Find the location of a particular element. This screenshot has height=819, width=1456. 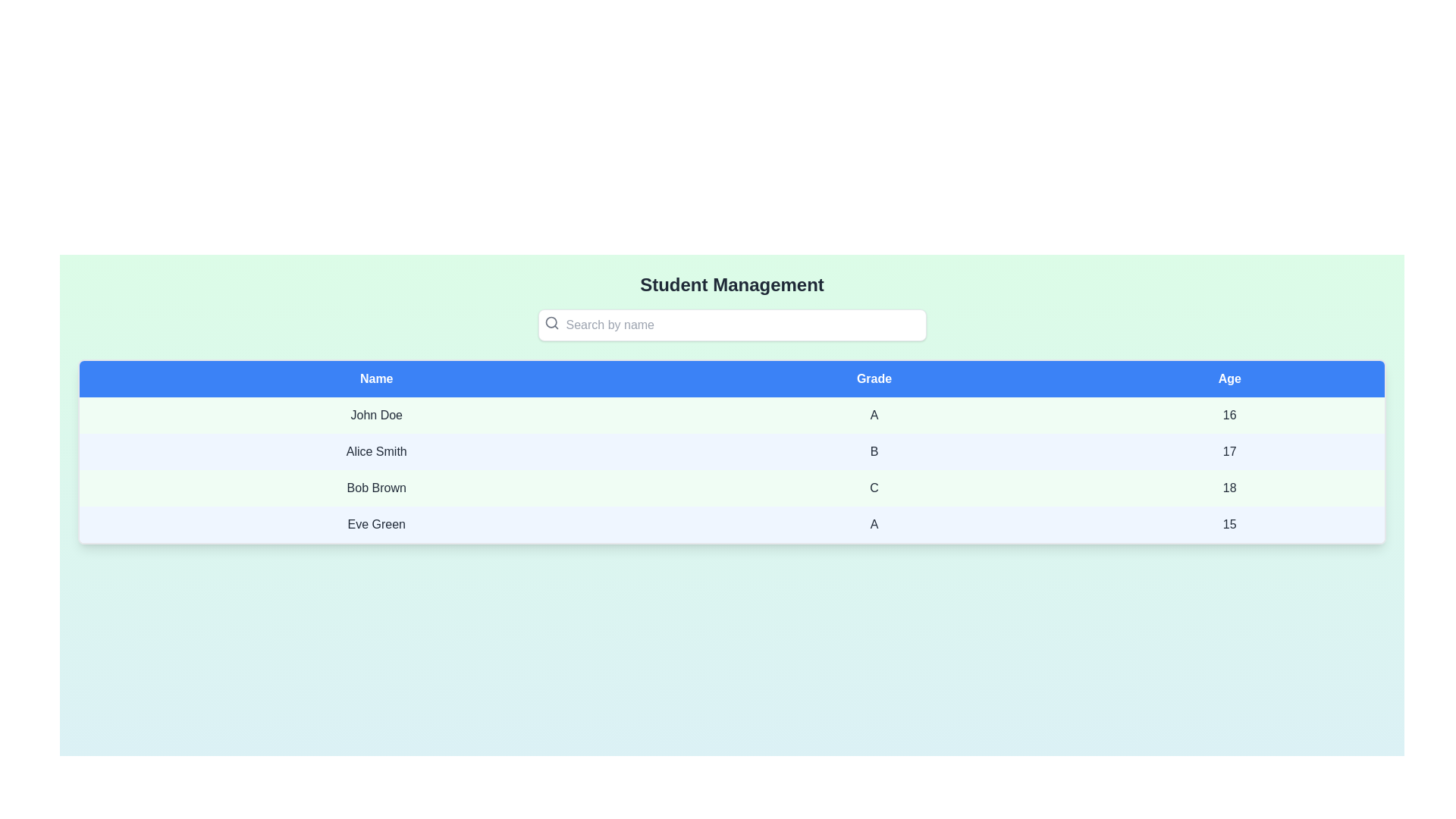

the letter 'C' displayed in the 'Grade' column of the third row in the table that lists information about 'Bob Brown' is located at coordinates (874, 488).